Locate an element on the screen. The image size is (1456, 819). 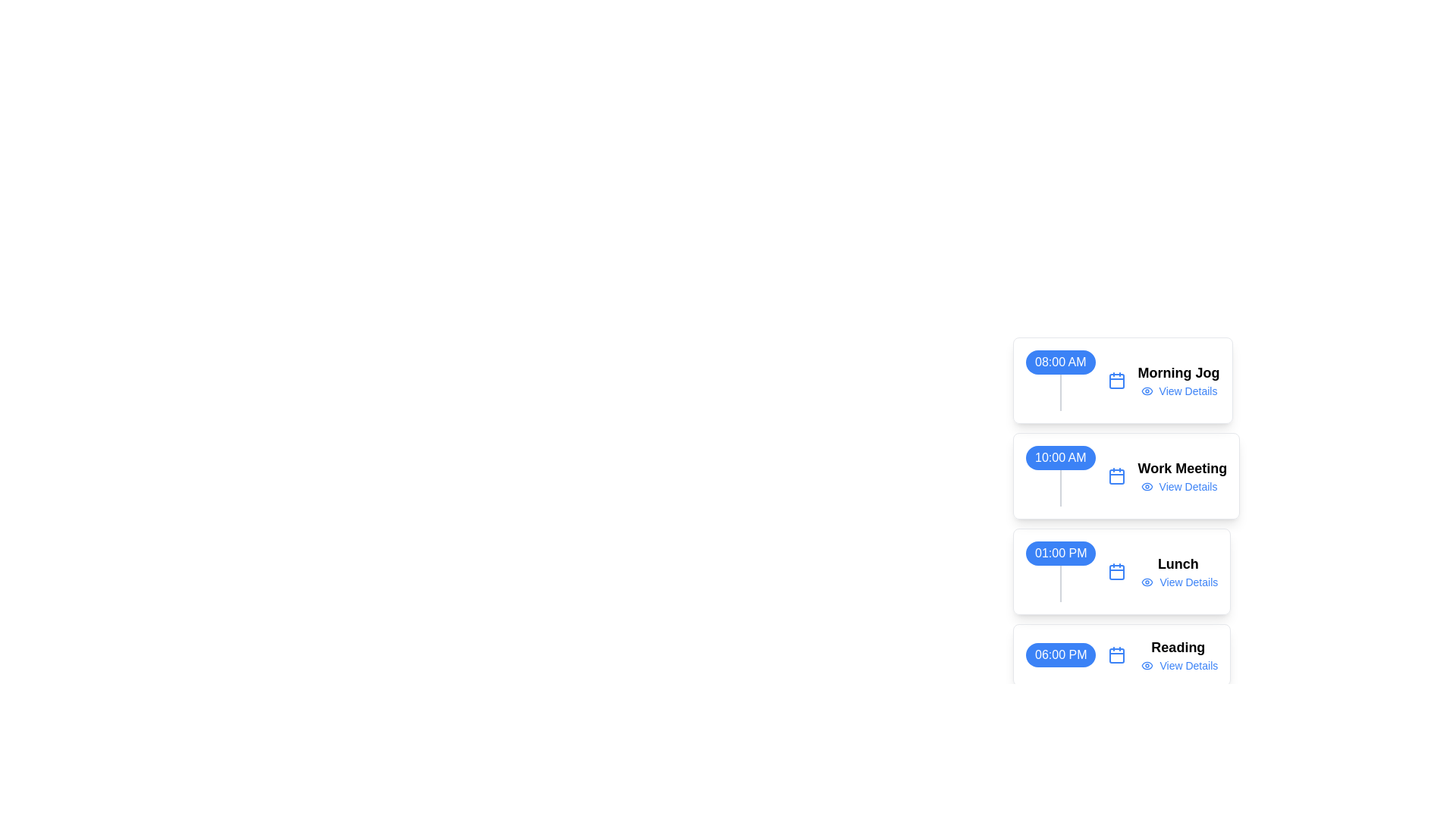
the eye-shaped icon with a blue outline, located to the left of the 'View Details' text for the 'Morning Jog' entry at 08:00 AM is located at coordinates (1147, 391).